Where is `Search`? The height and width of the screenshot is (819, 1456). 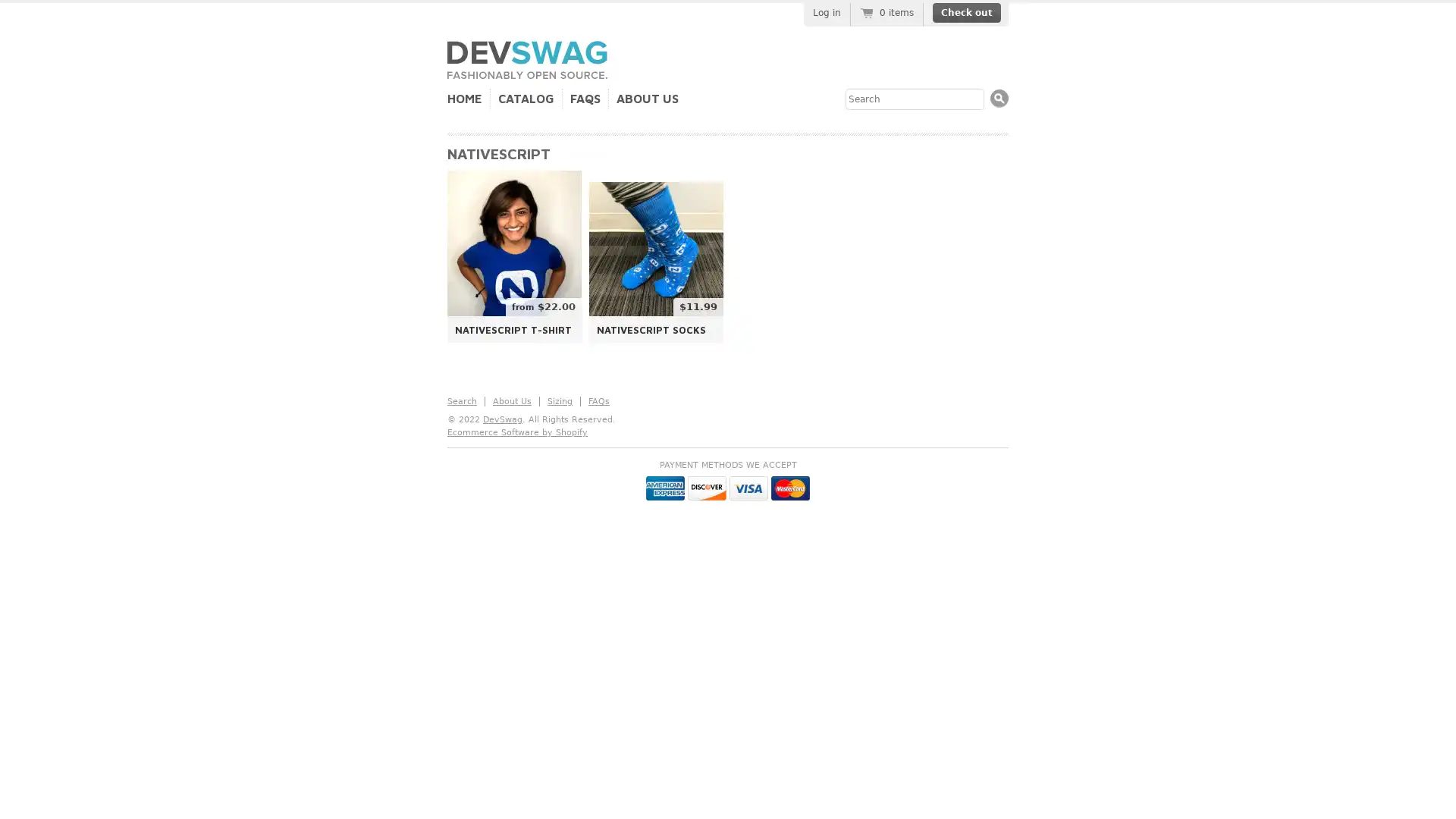 Search is located at coordinates (999, 98).